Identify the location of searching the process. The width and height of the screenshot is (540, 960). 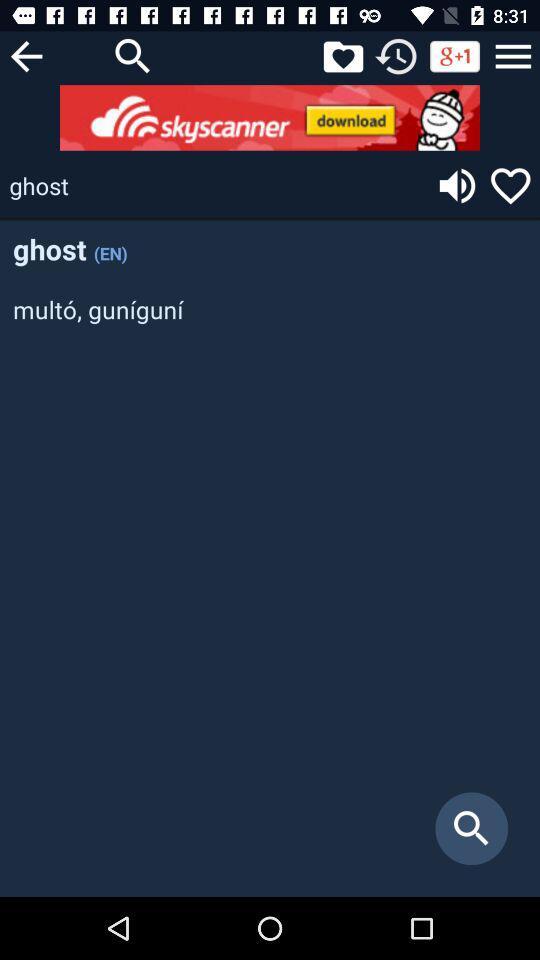
(133, 55).